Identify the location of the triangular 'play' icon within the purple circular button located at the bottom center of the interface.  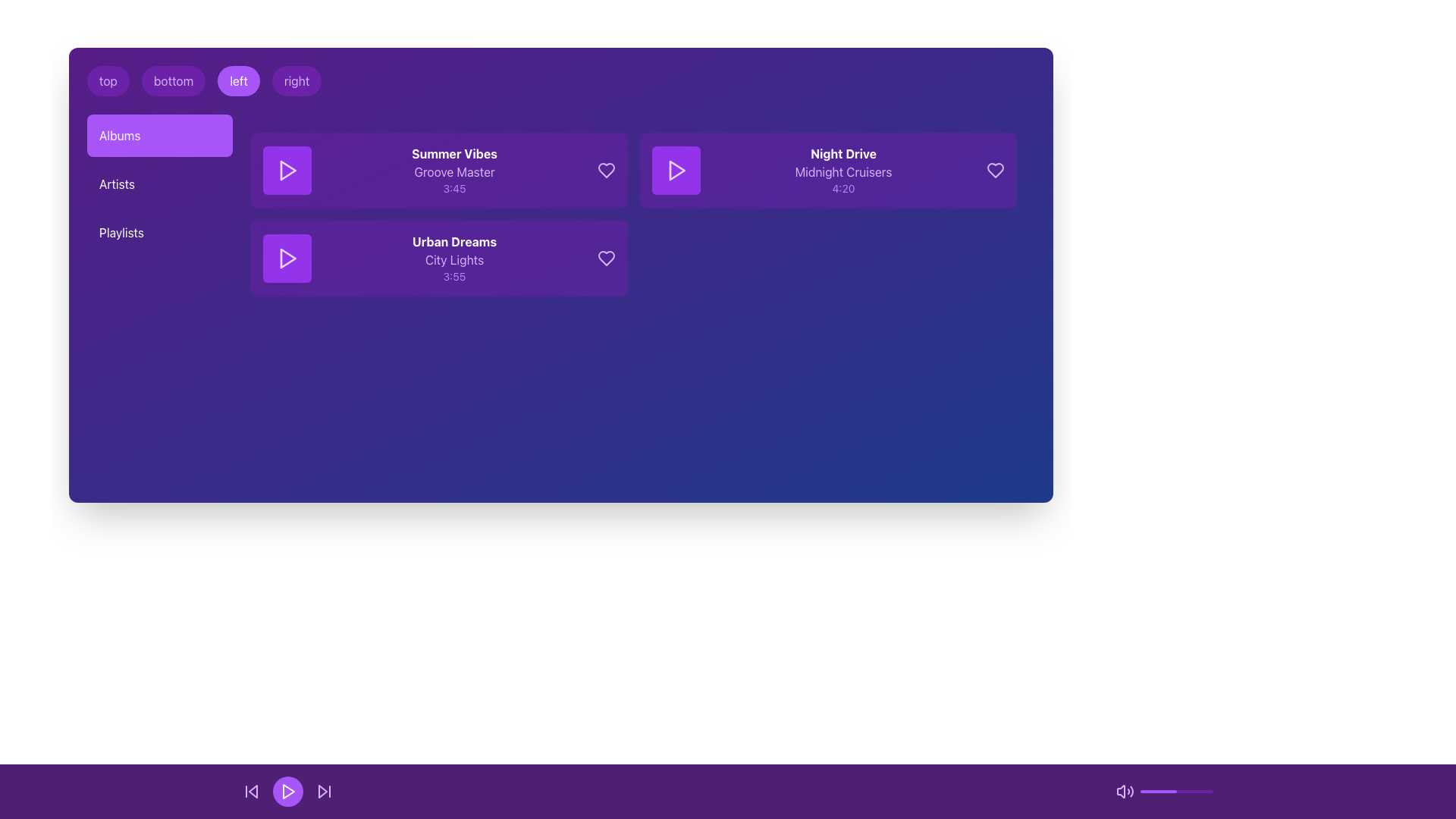
(287, 791).